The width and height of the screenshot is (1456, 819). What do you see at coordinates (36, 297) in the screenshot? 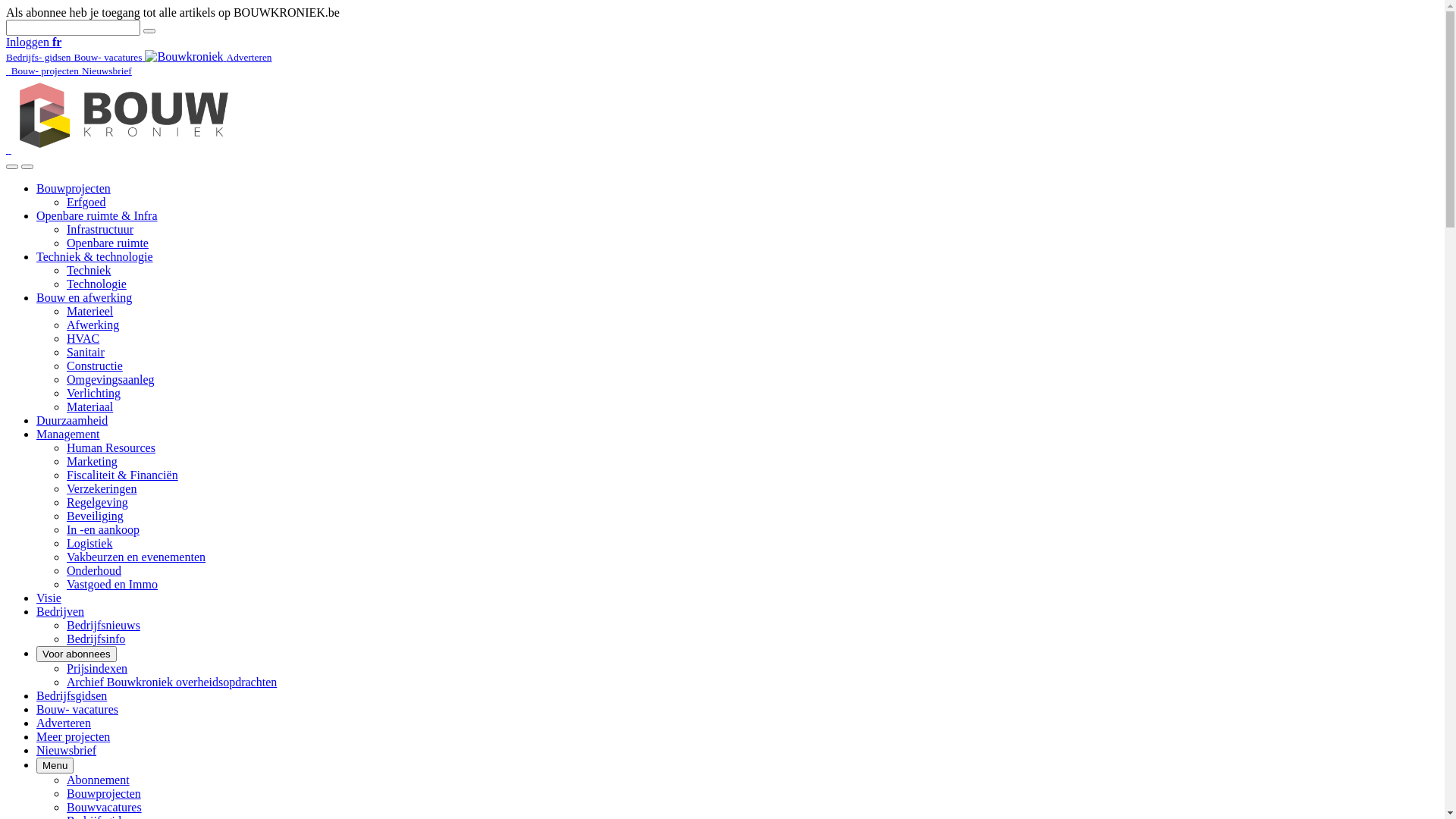
I see `'Bouw en afwerking'` at bounding box center [36, 297].